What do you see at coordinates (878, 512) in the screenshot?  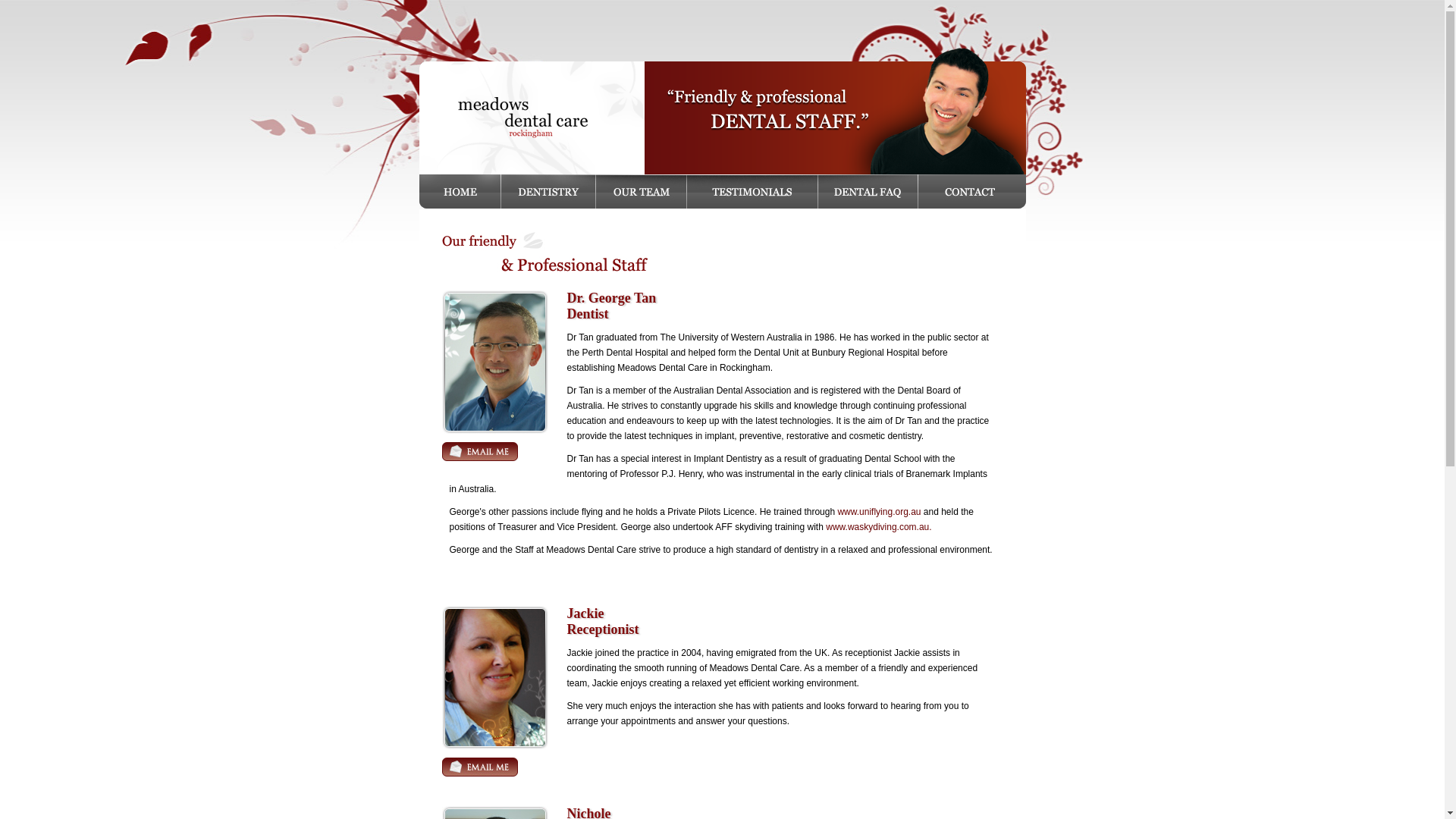 I see `'www.uniflying.org.au'` at bounding box center [878, 512].